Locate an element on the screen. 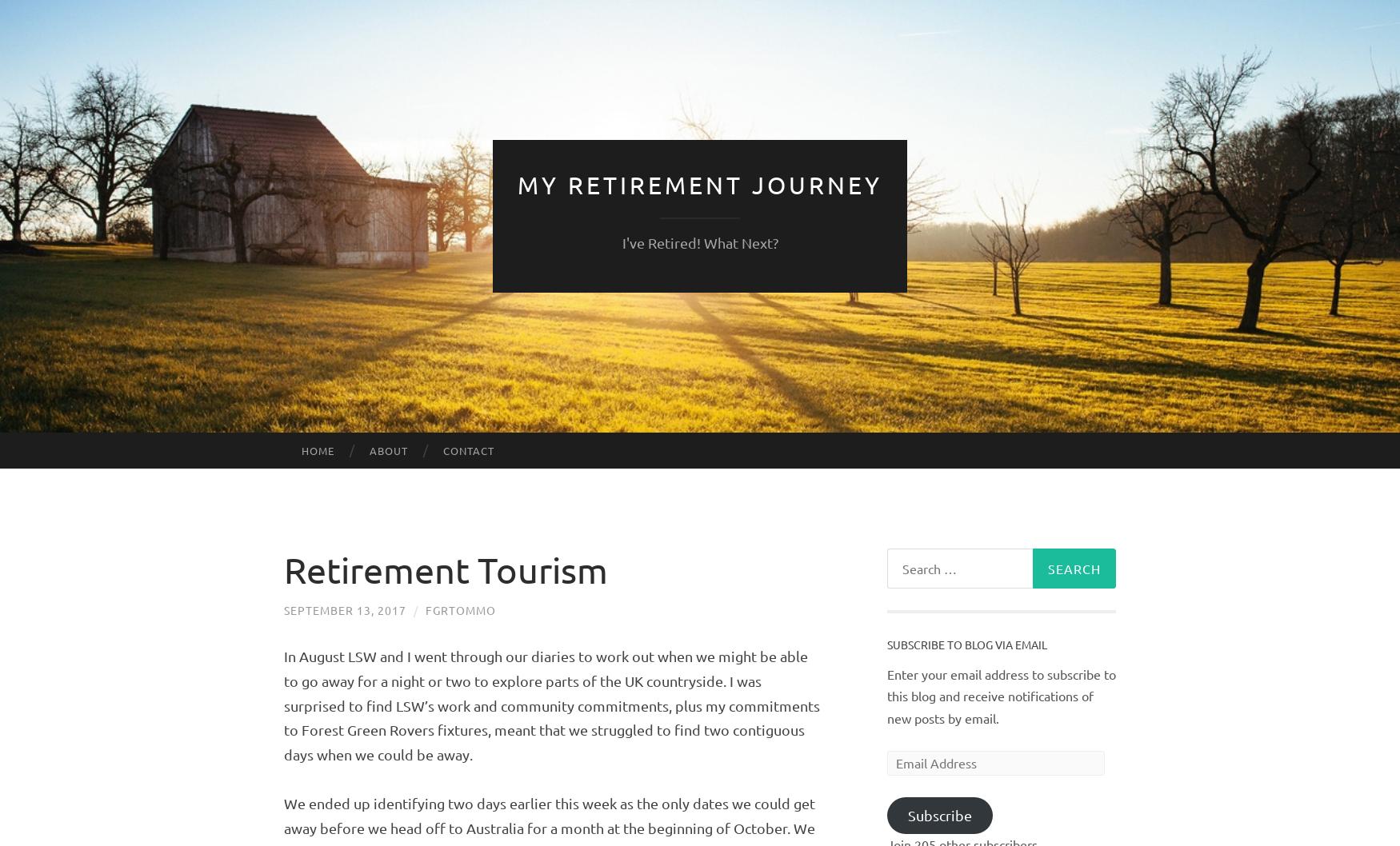  'September 13, 2017' is located at coordinates (284, 610).